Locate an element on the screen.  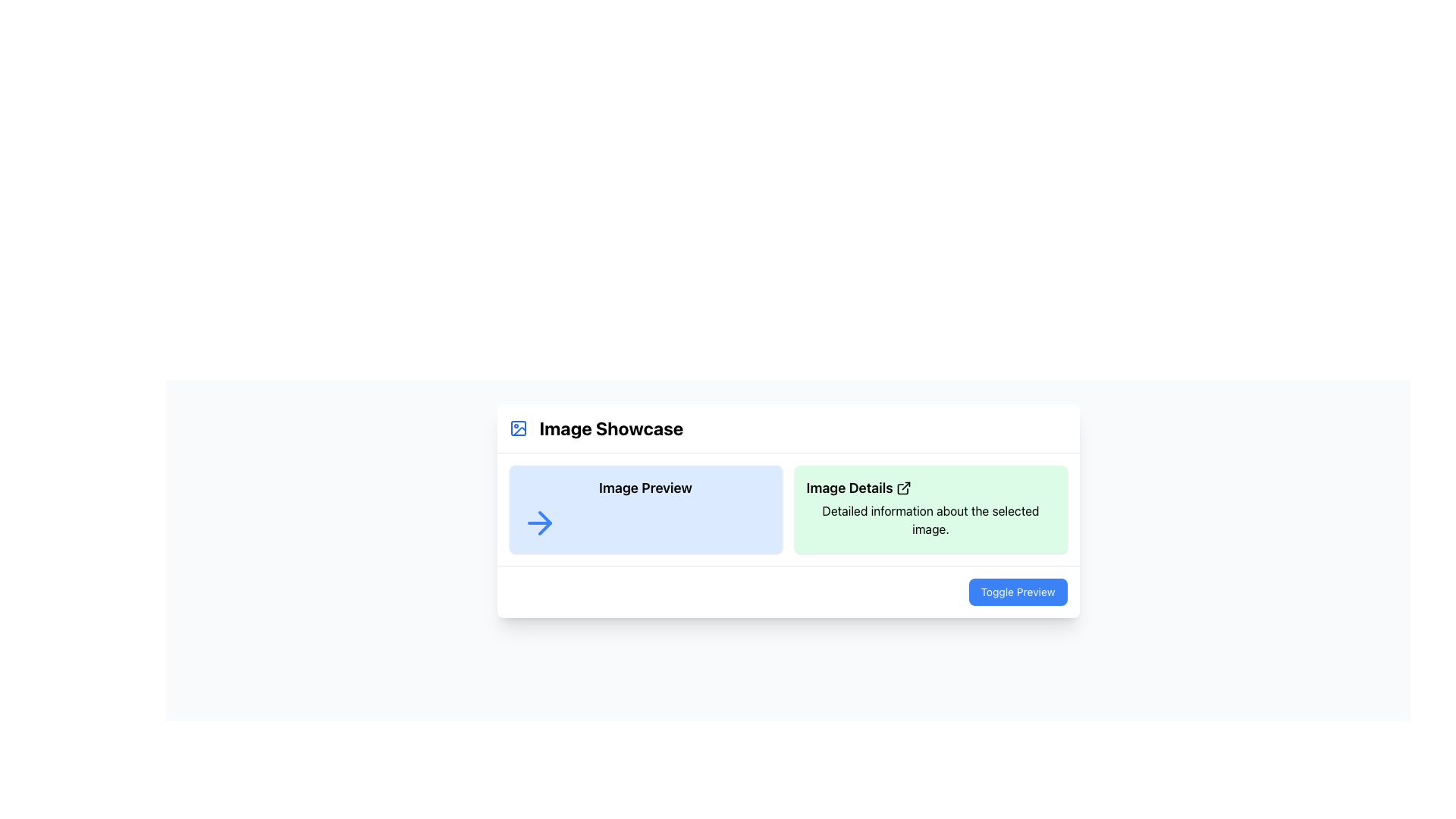
the visual design of the small blue icon resembling a thumbnail, which is located in the top left corner of the 'Image Showcase' section, adjacent to the title text 'Image Showcase' is located at coordinates (518, 428).